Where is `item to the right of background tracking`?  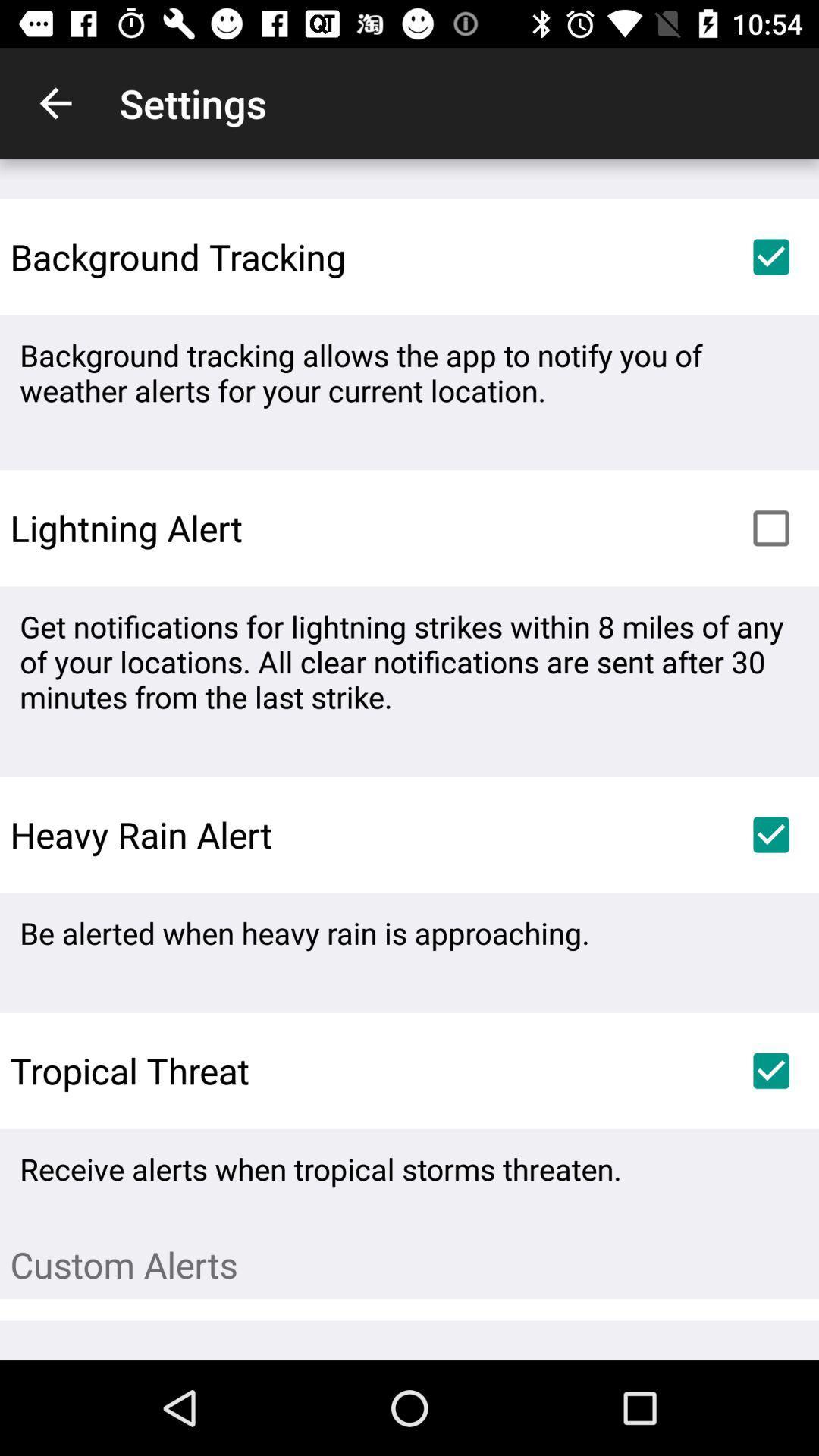 item to the right of background tracking is located at coordinates (771, 257).